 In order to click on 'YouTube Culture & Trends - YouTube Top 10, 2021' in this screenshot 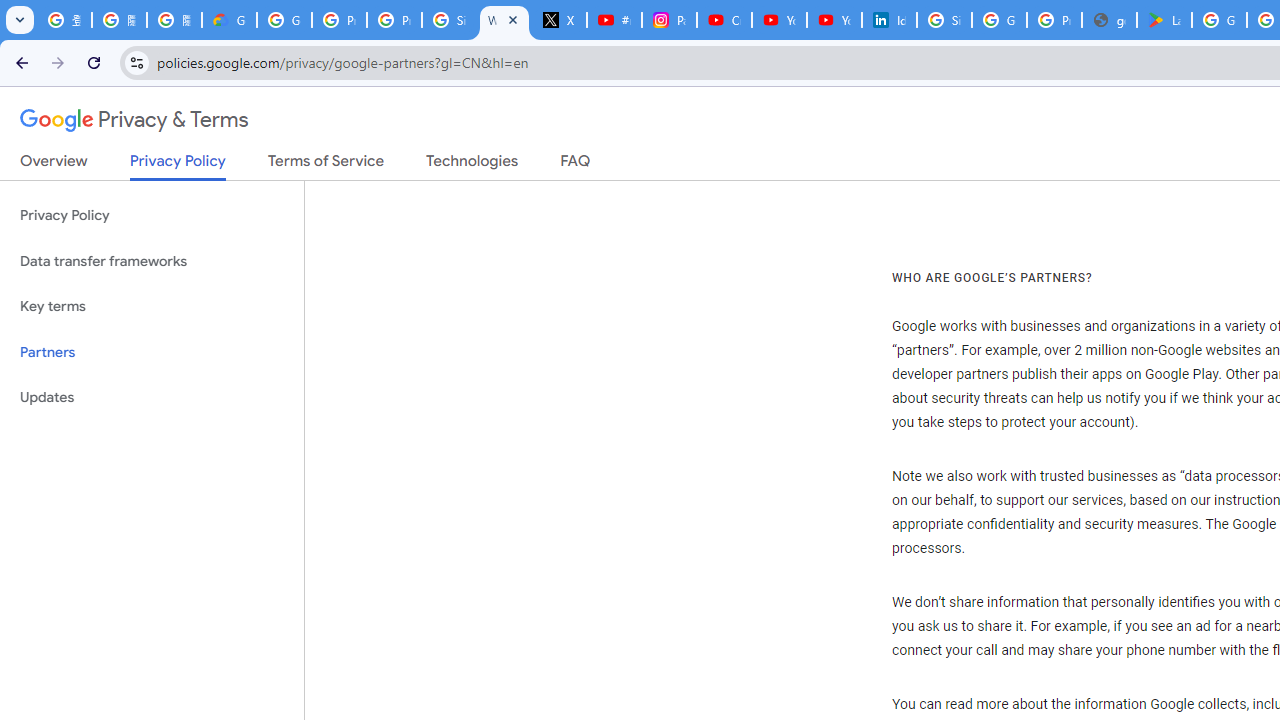, I will do `click(833, 20)`.